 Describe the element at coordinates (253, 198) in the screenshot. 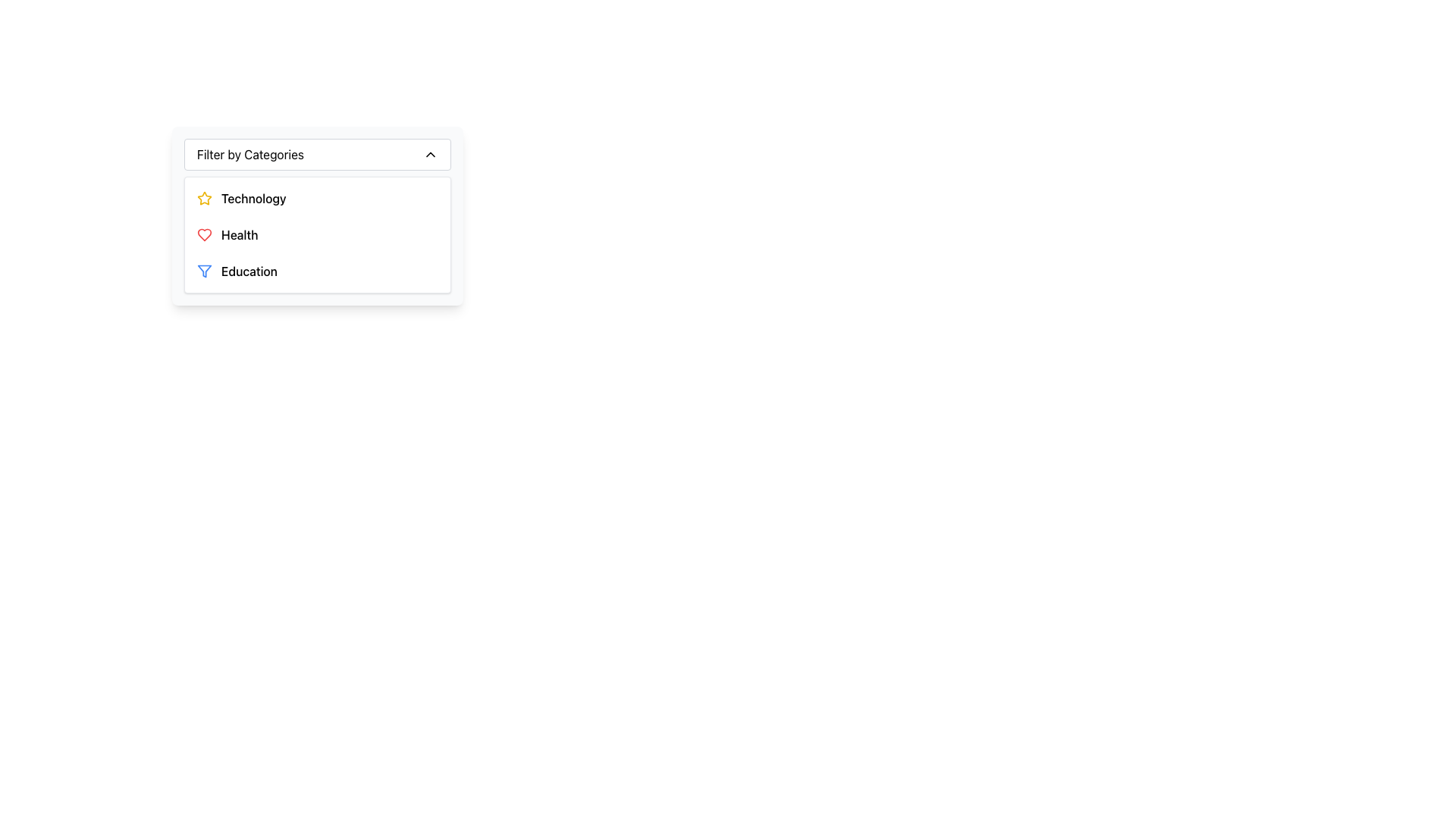

I see `the 'Technology' text label` at that location.